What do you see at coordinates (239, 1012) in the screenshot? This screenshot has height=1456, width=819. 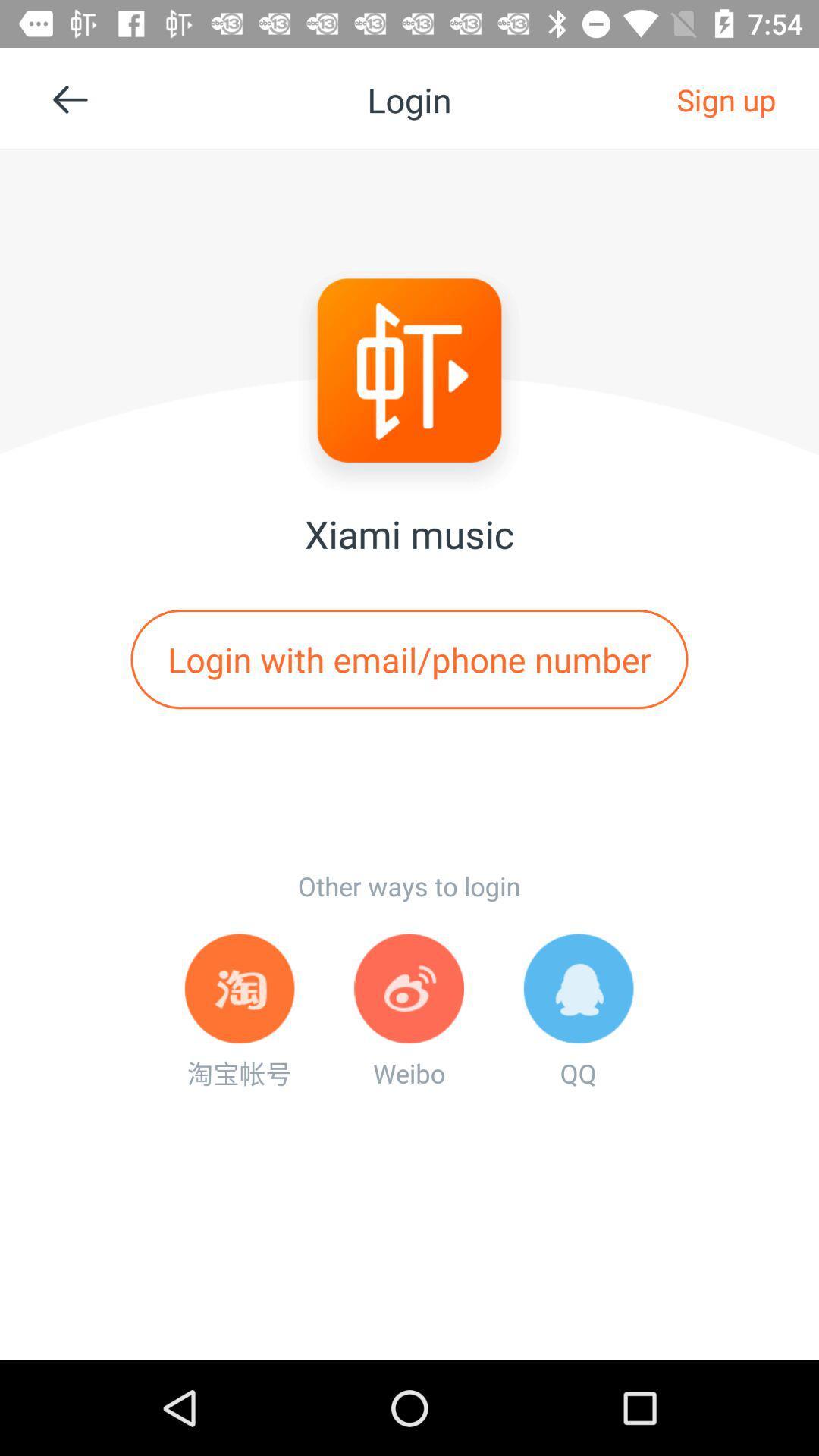 I see `item to the left of weibo icon` at bounding box center [239, 1012].